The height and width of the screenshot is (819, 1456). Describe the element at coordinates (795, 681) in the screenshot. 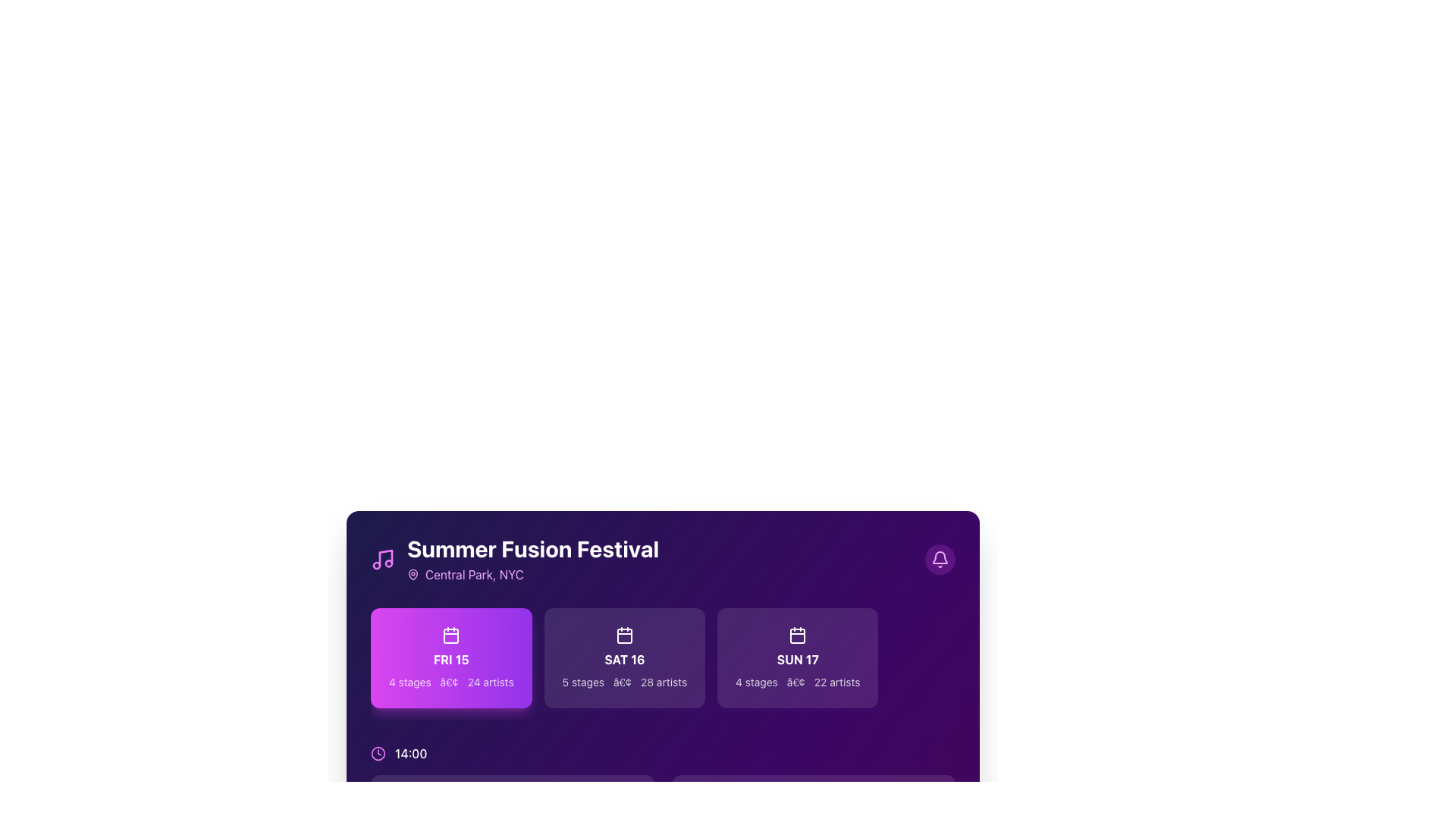

I see `the text separator element represented by the dot glyph between '4 stages' and '22 artists' in the card labeled 'SUN 17'` at that location.